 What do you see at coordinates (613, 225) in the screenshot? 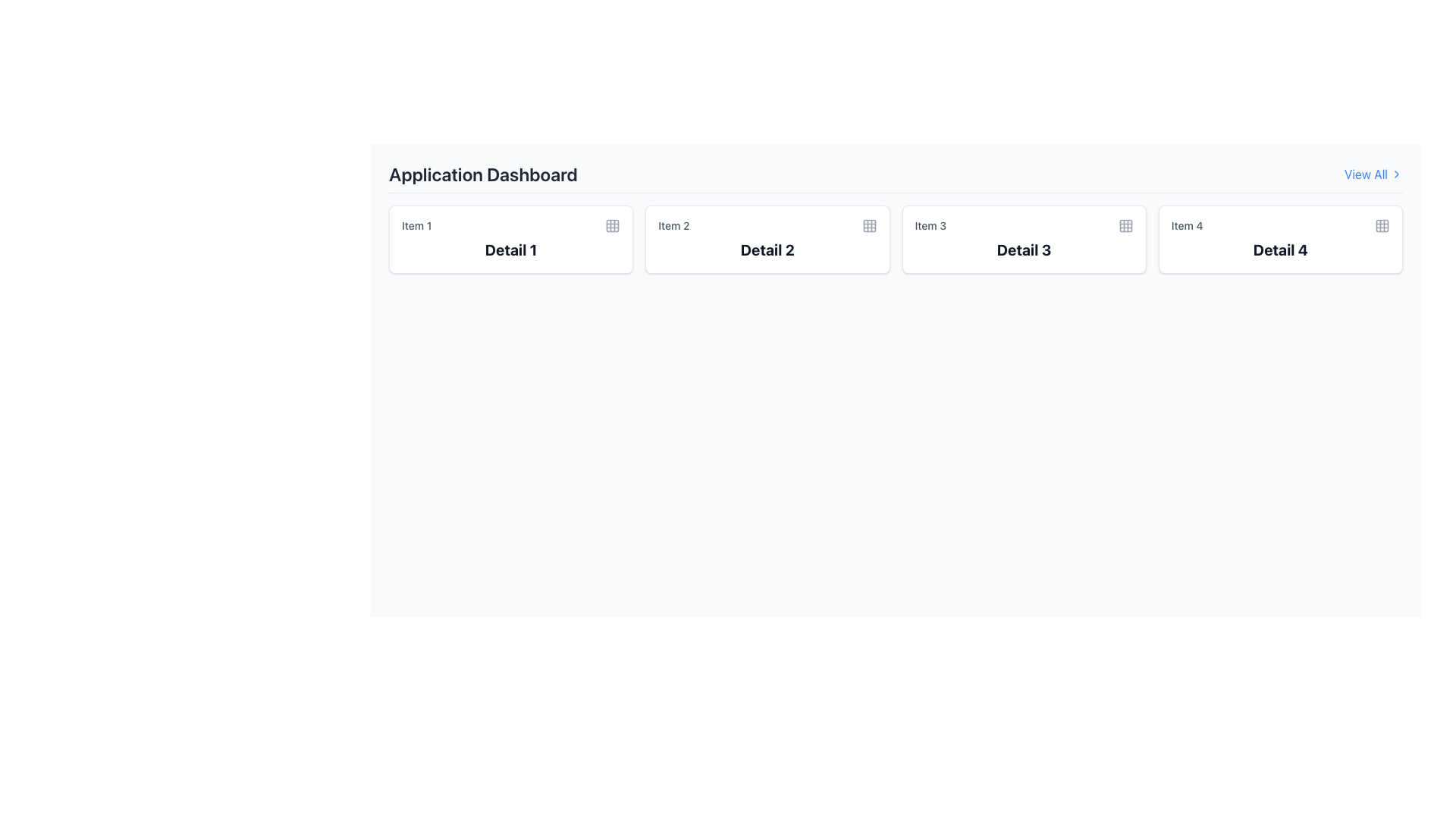
I see `the grid icon located at the far-right corner of the card labeled 'Item 1'` at bounding box center [613, 225].